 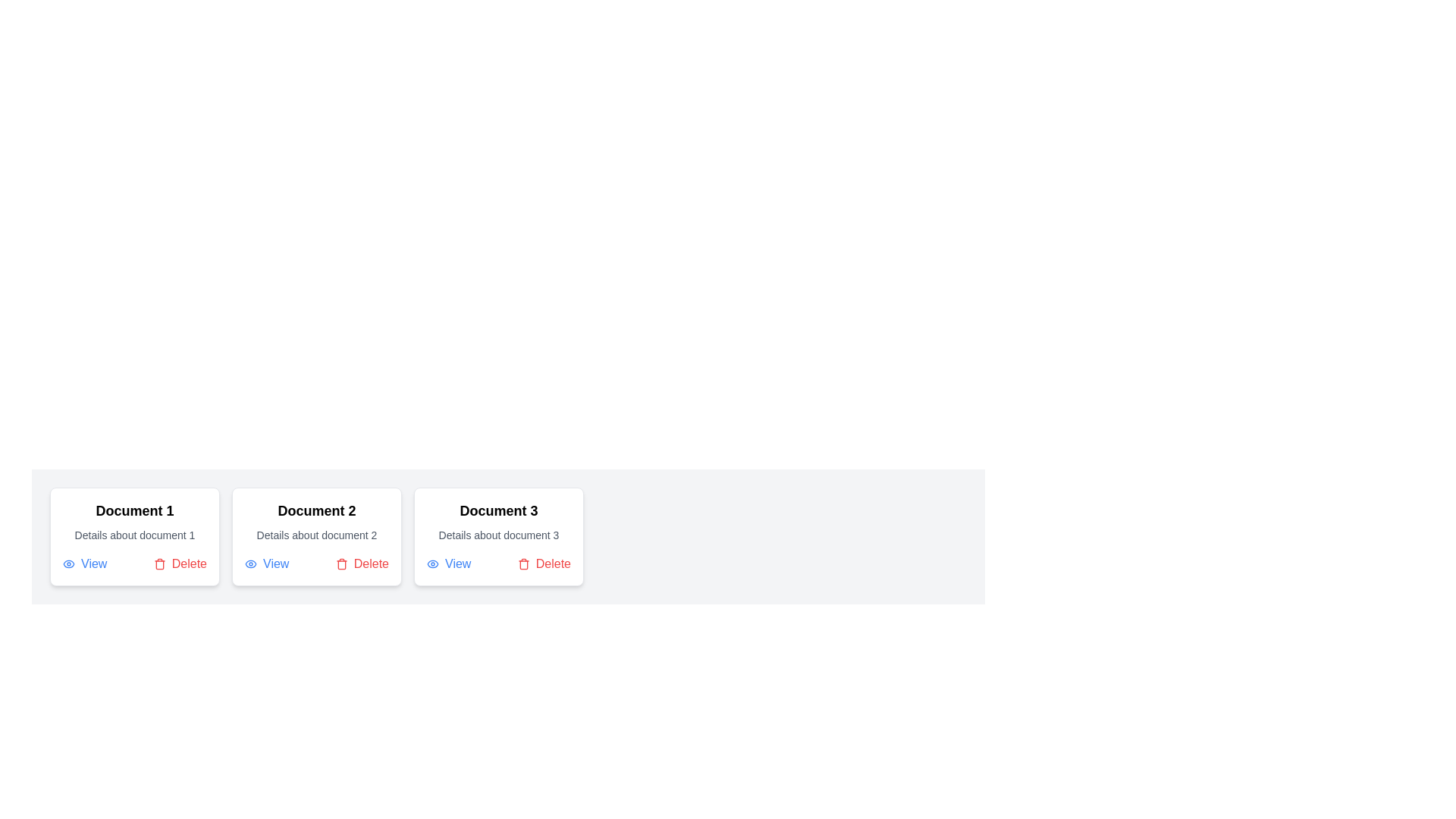 What do you see at coordinates (432, 564) in the screenshot?
I see `the outer lens of the eye-shaped icon within the 'Document 3' card, which is the rightmost card among three at the bottom of the interface` at bounding box center [432, 564].